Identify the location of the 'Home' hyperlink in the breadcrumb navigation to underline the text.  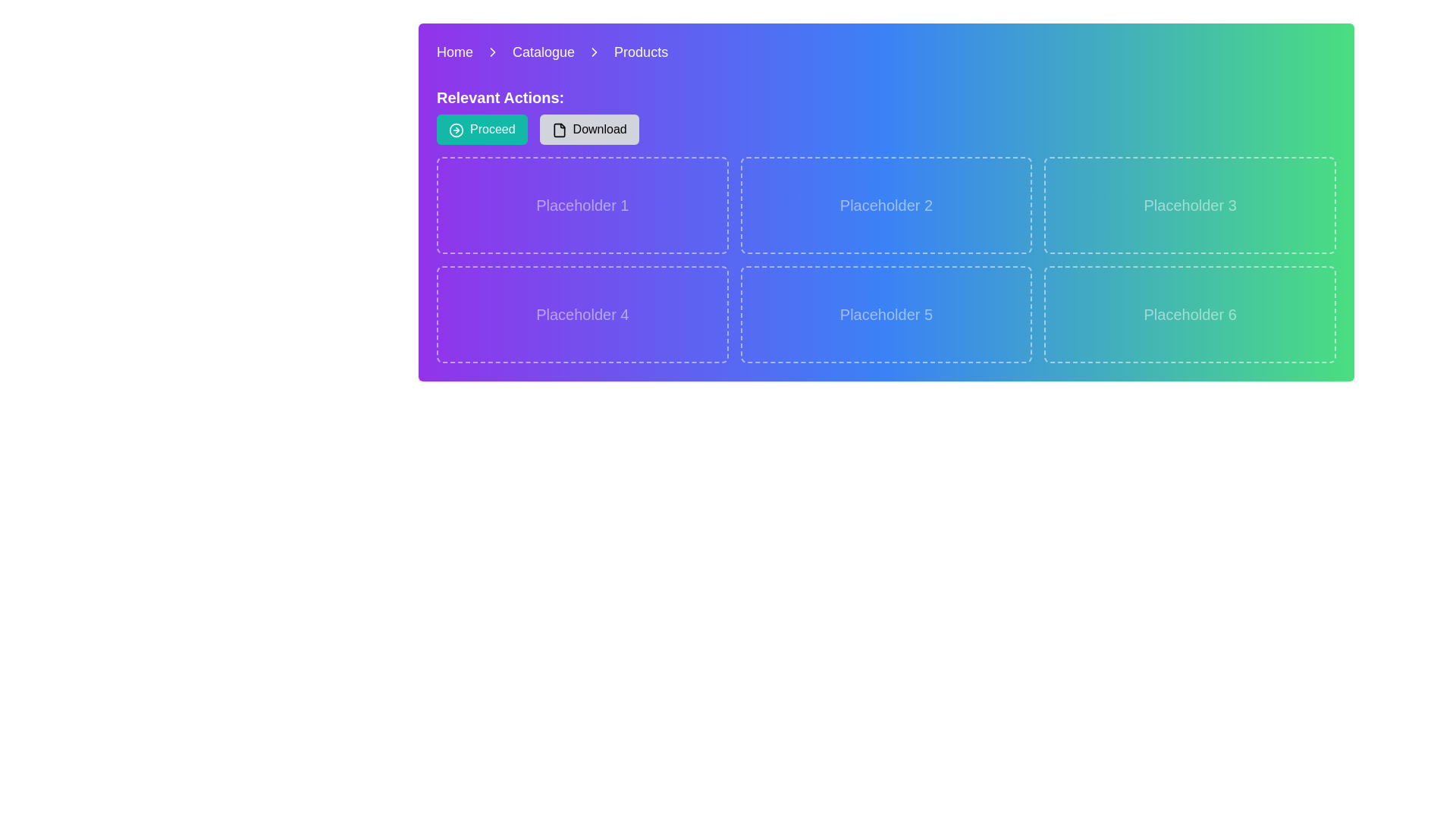
(454, 52).